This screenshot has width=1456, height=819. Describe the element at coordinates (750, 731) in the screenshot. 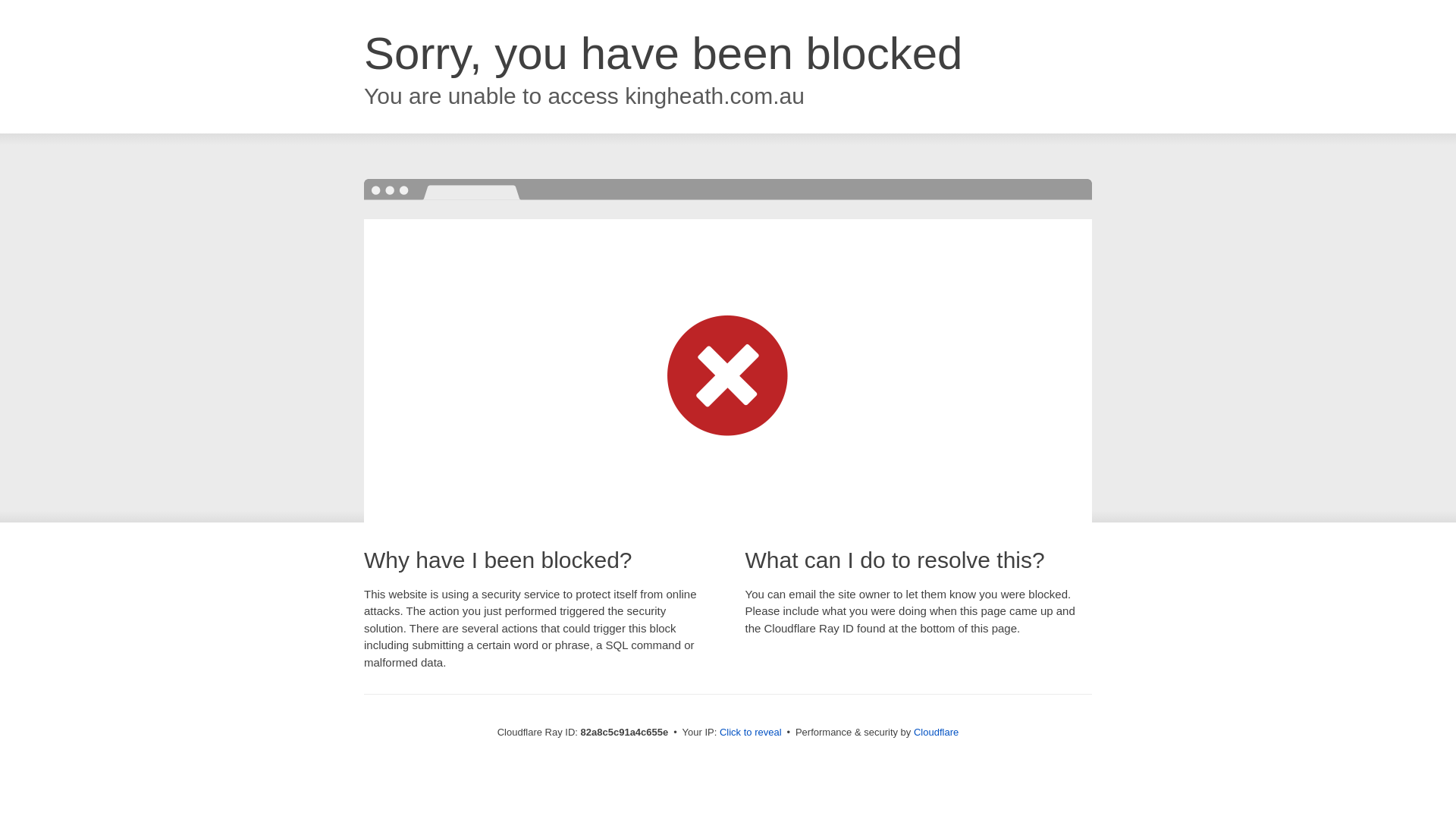

I see `'Click to reveal'` at that location.